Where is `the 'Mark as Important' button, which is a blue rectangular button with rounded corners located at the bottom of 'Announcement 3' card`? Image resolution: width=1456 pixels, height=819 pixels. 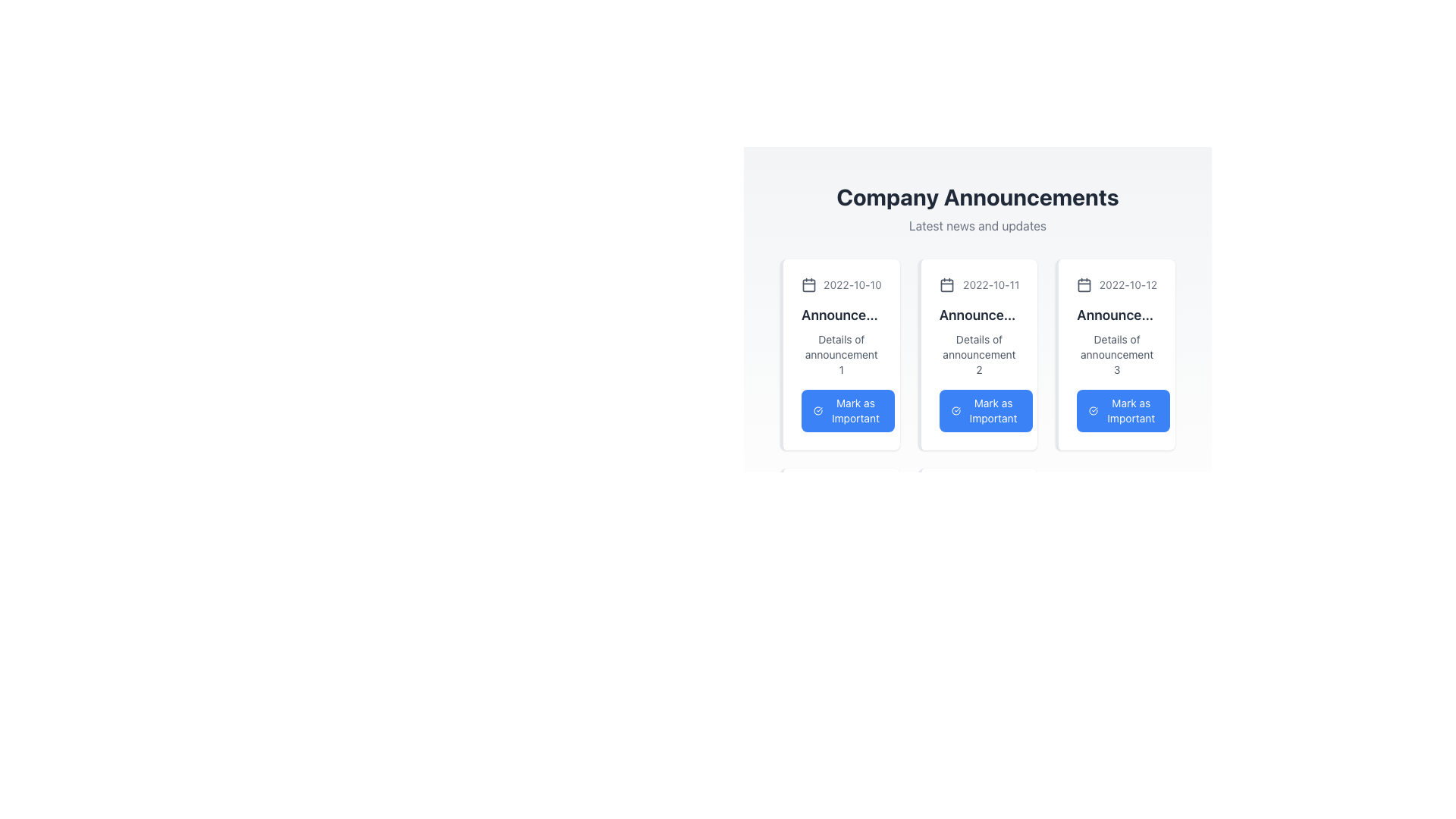
the 'Mark as Important' button, which is a blue rectangular button with rounded corners located at the bottom of 'Announcement 3' card is located at coordinates (1123, 411).